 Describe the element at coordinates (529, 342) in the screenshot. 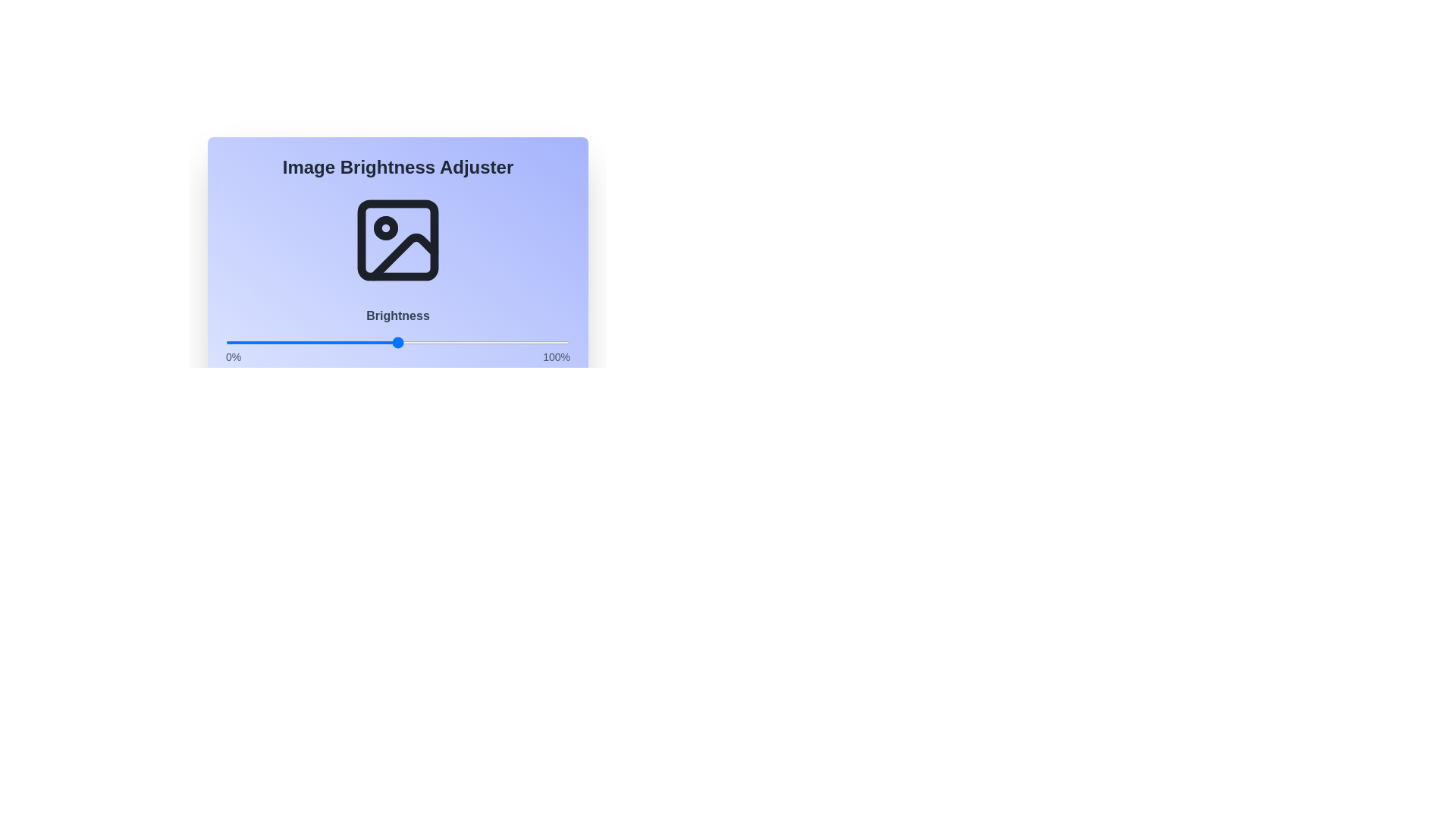

I see `the brightness slider to 88%` at that location.